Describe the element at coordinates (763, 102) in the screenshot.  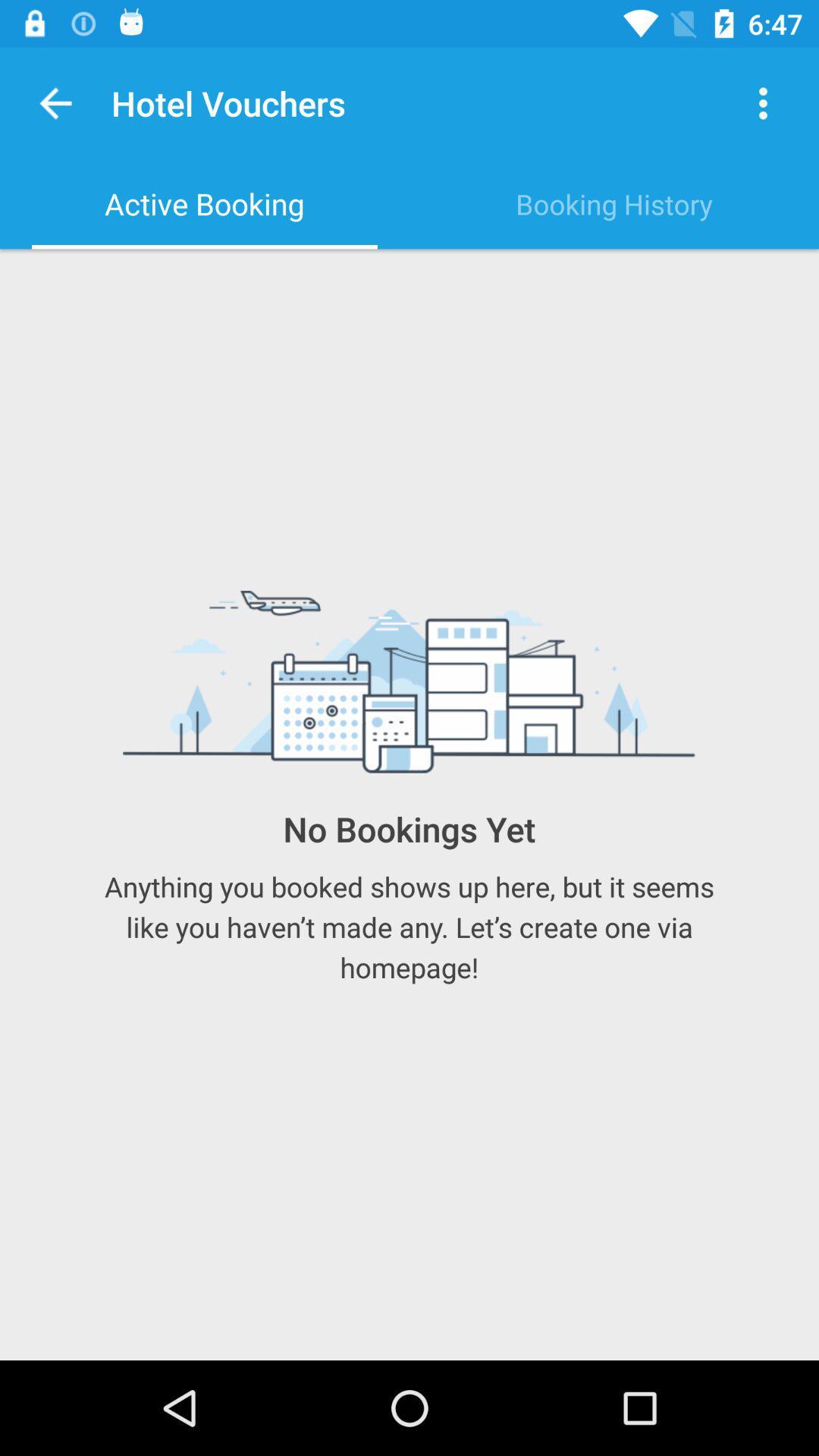
I see `clique para abrir as opes` at that location.